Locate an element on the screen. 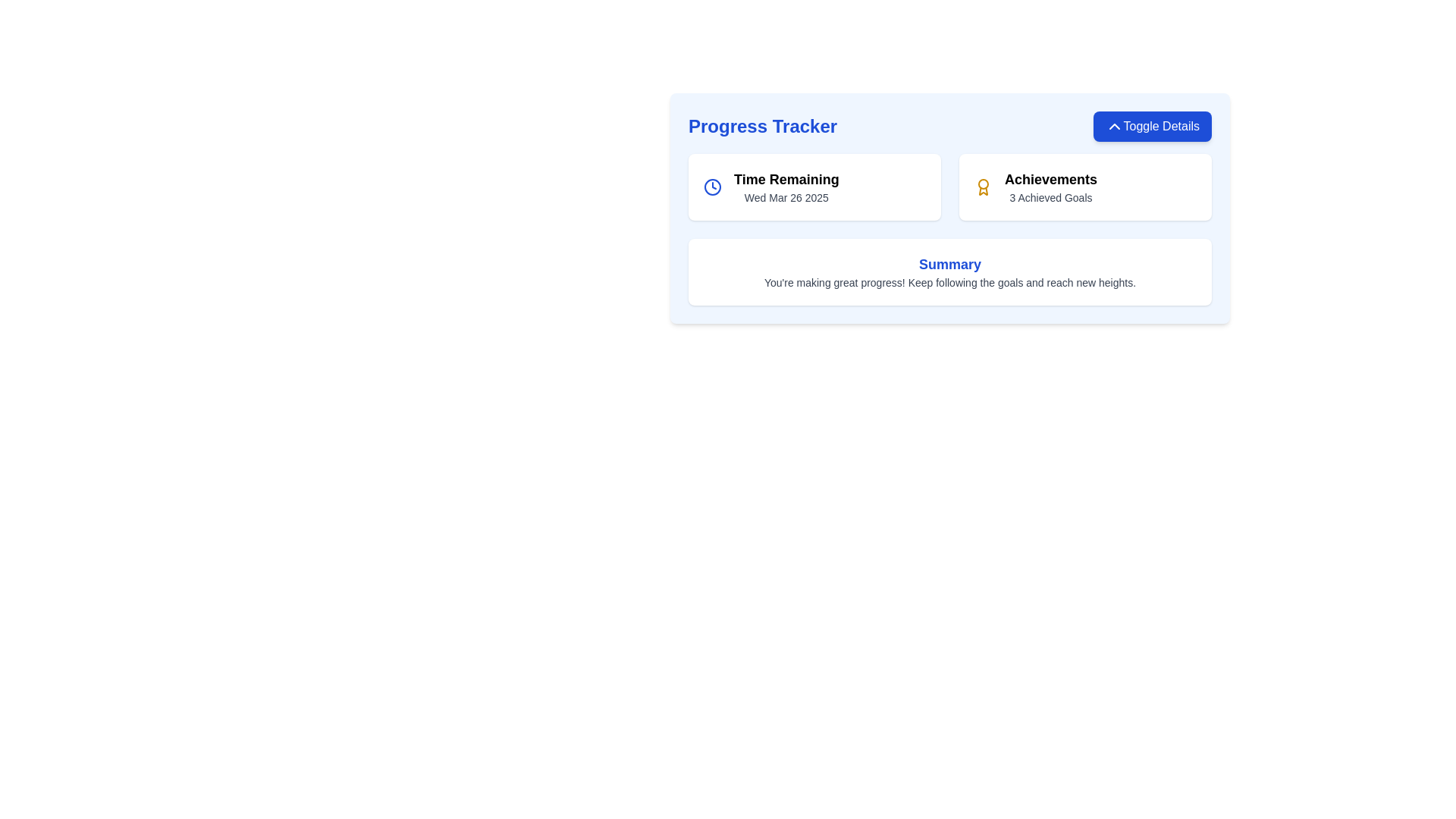 This screenshot has height=819, width=1456. displayed text of the Text Label located near the top-left section of the 'Progress Tracker' panel, which indicates the remaining time until a specified date or deadline is located at coordinates (786, 178).